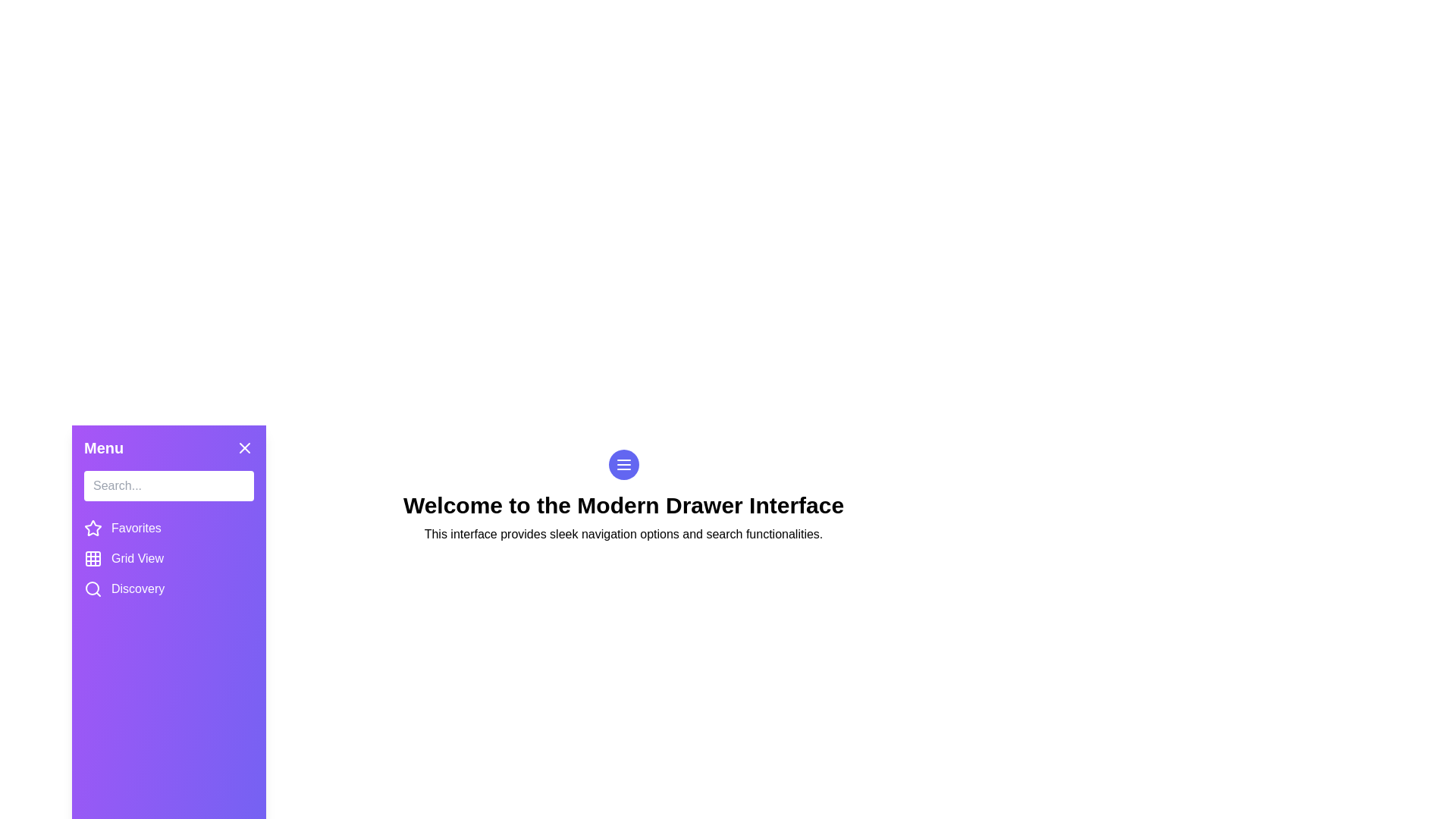 The height and width of the screenshot is (819, 1456). What do you see at coordinates (244, 447) in the screenshot?
I see `the close button in the drawer to close it` at bounding box center [244, 447].